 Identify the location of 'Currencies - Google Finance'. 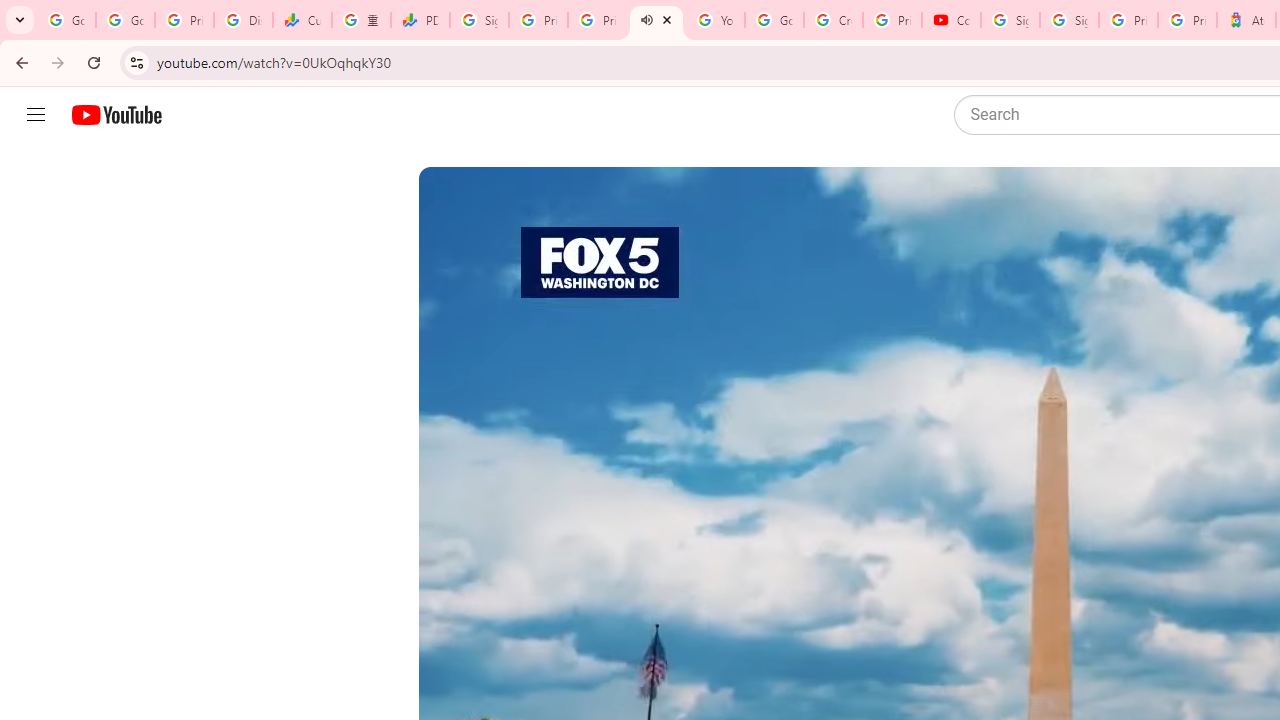
(301, 20).